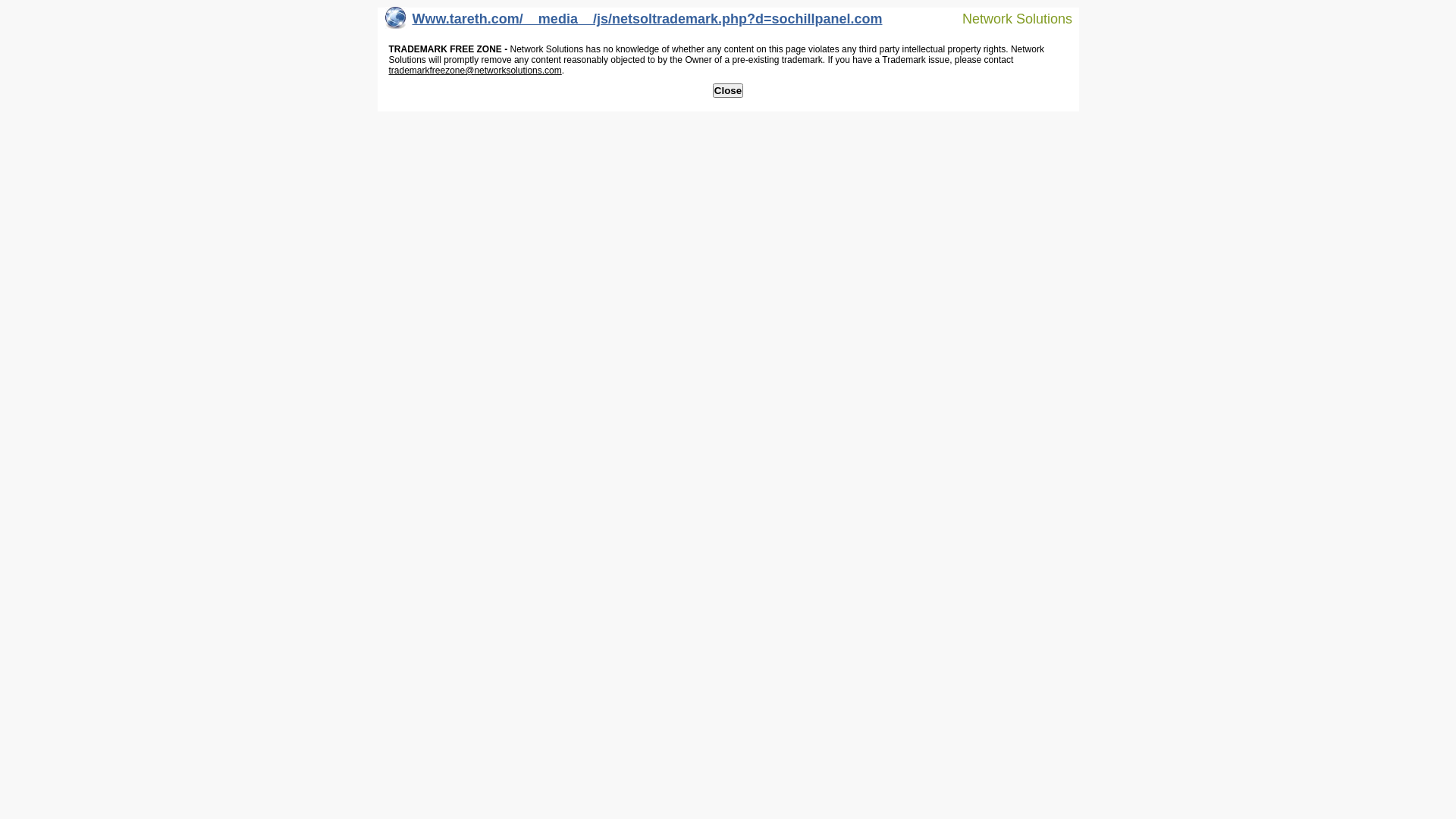 This screenshot has width=1456, height=819. Describe the element at coordinates (473, 70) in the screenshot. I see `'trademarkfreezone@networksolutions.com'` at that location.